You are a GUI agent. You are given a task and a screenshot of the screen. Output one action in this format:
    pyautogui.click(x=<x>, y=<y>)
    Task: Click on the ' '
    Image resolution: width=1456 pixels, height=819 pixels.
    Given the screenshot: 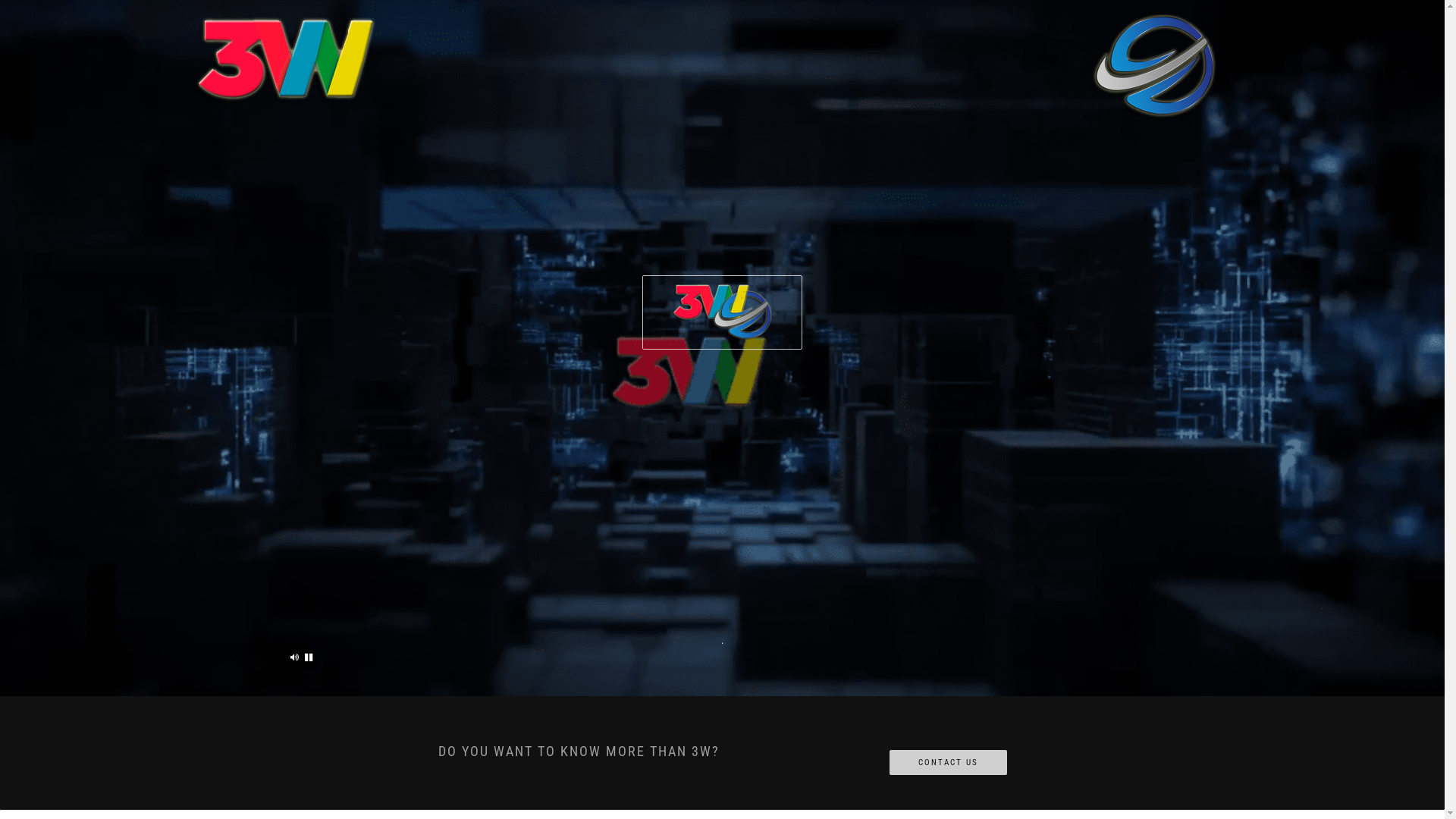 What is the action you would take?
    pyautogui.click(x=294, y=657)
    